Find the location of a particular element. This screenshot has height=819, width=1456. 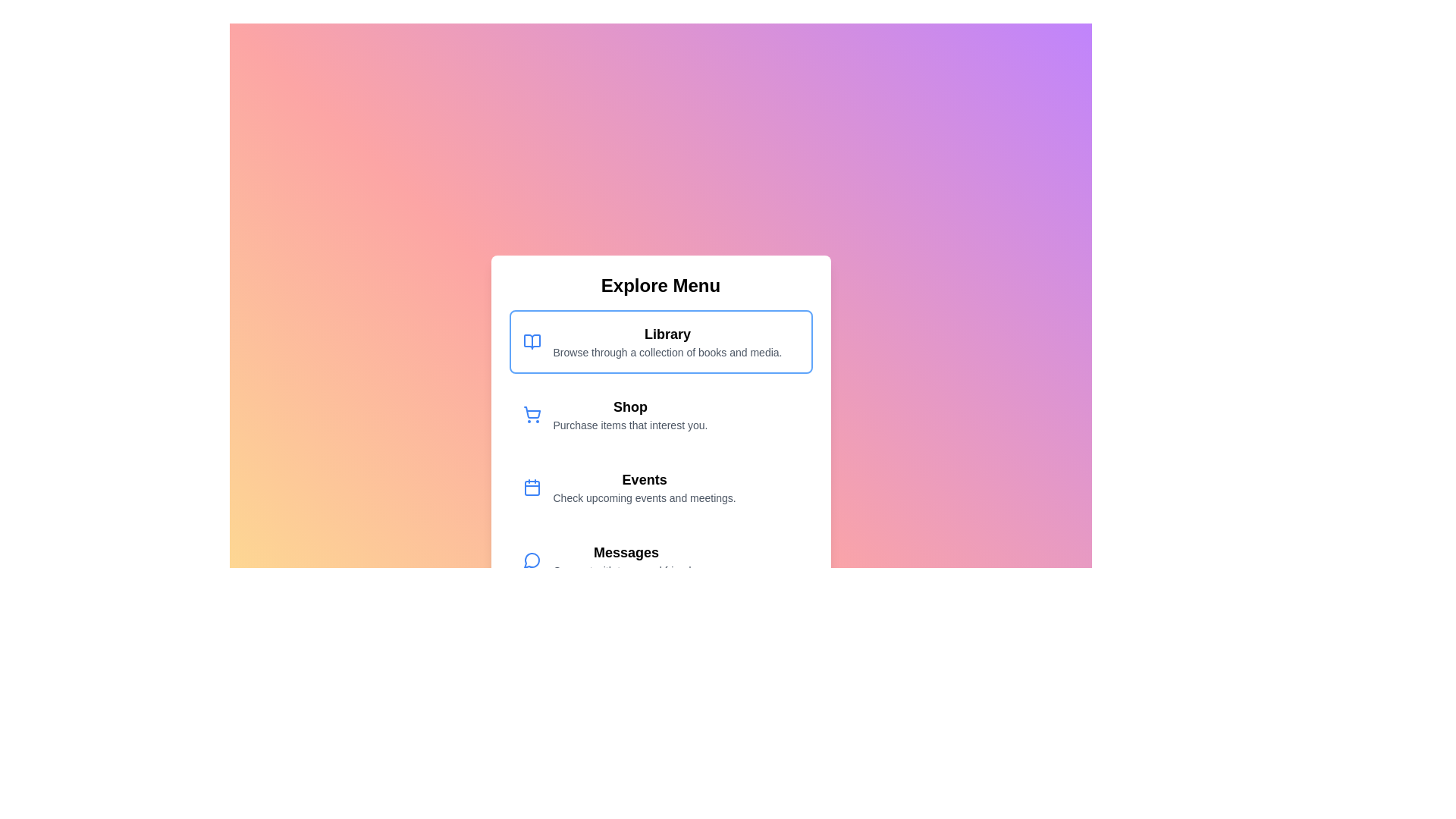

the menu option corresponding to Messages is located at coordinates (661, 560).